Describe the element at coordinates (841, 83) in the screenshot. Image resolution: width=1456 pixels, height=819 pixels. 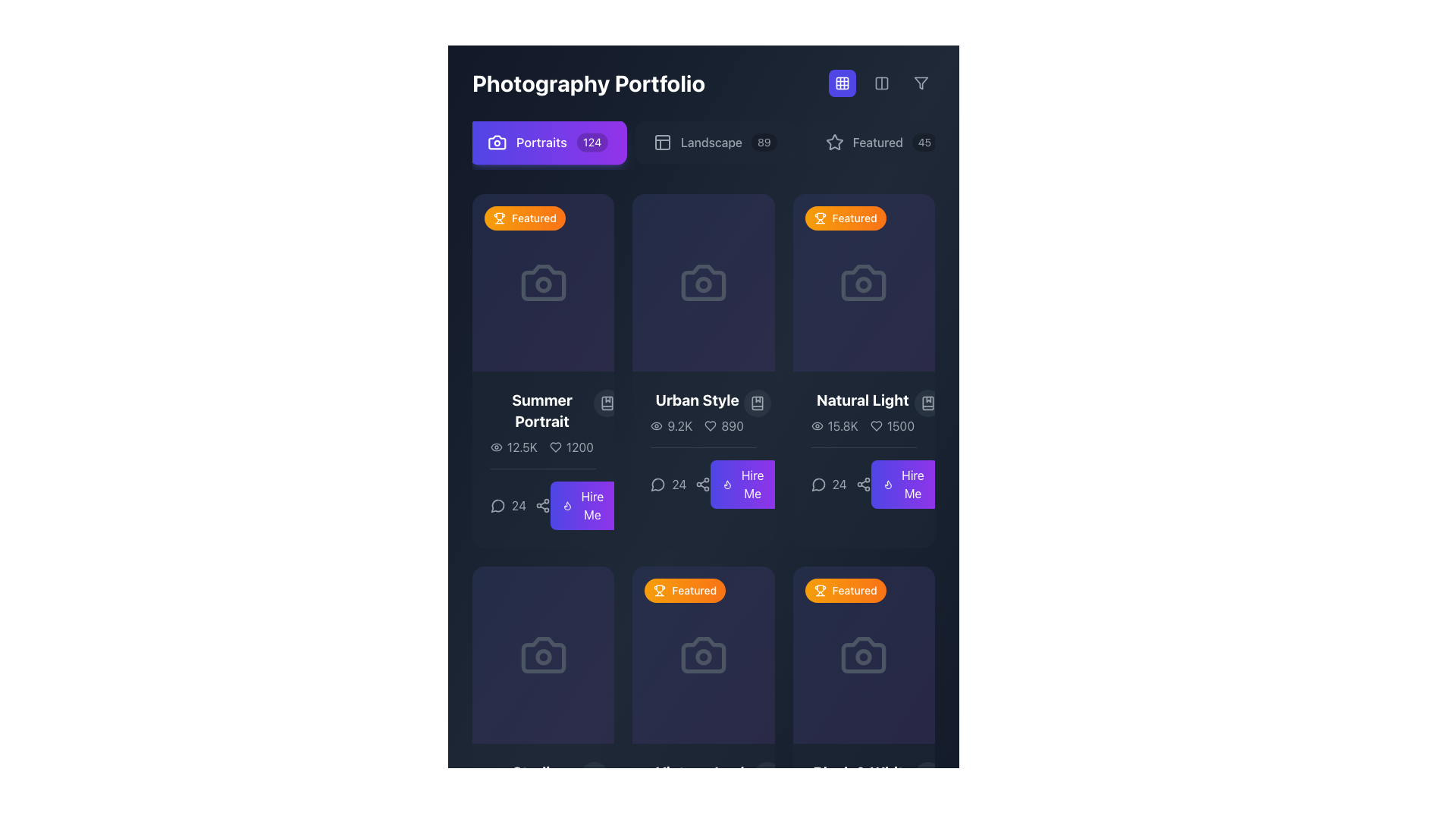
I see `the small, square-shaped indigo button with a grid-like icon centered on it` at that location.